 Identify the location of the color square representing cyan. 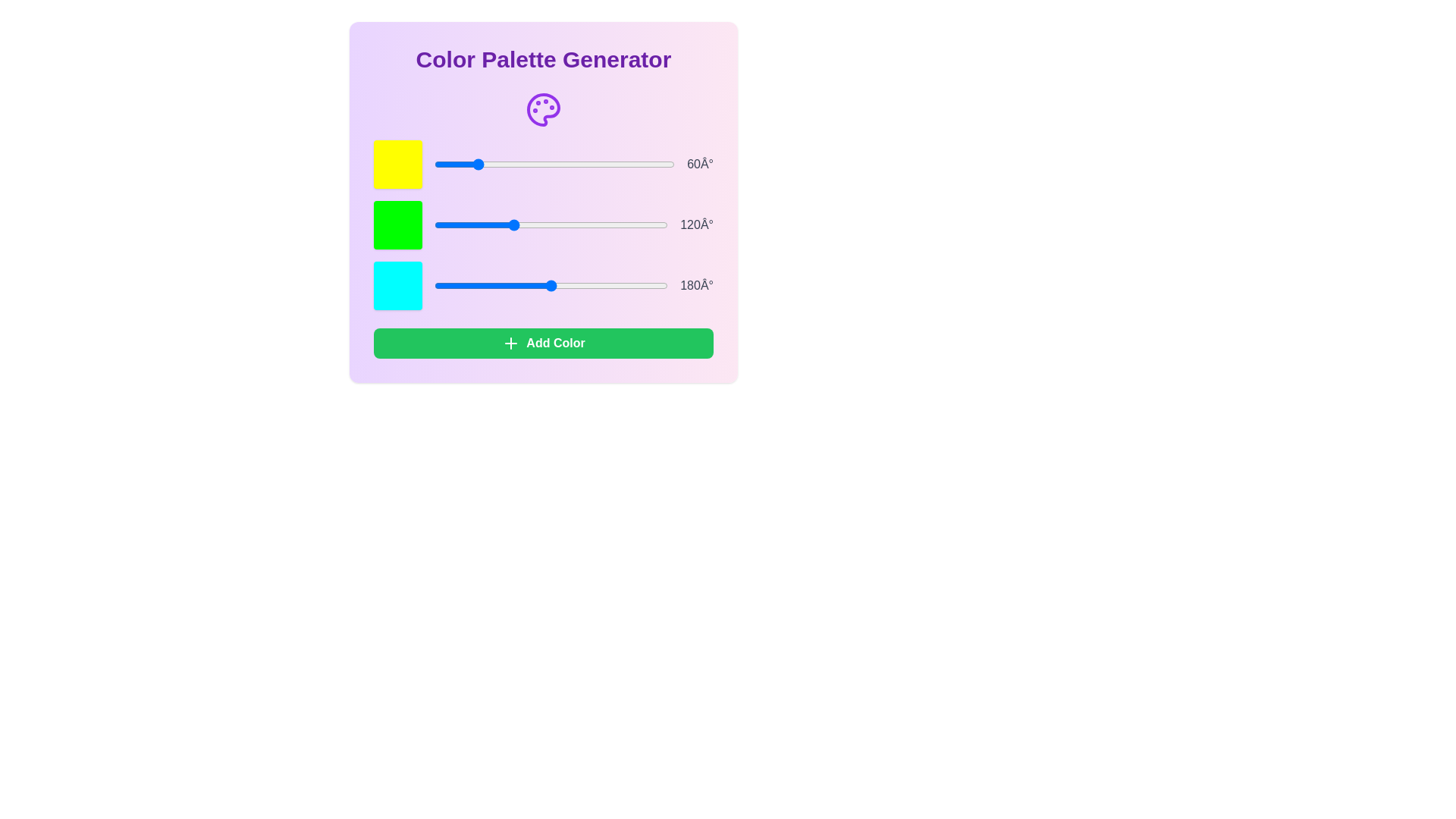
(397, 286).